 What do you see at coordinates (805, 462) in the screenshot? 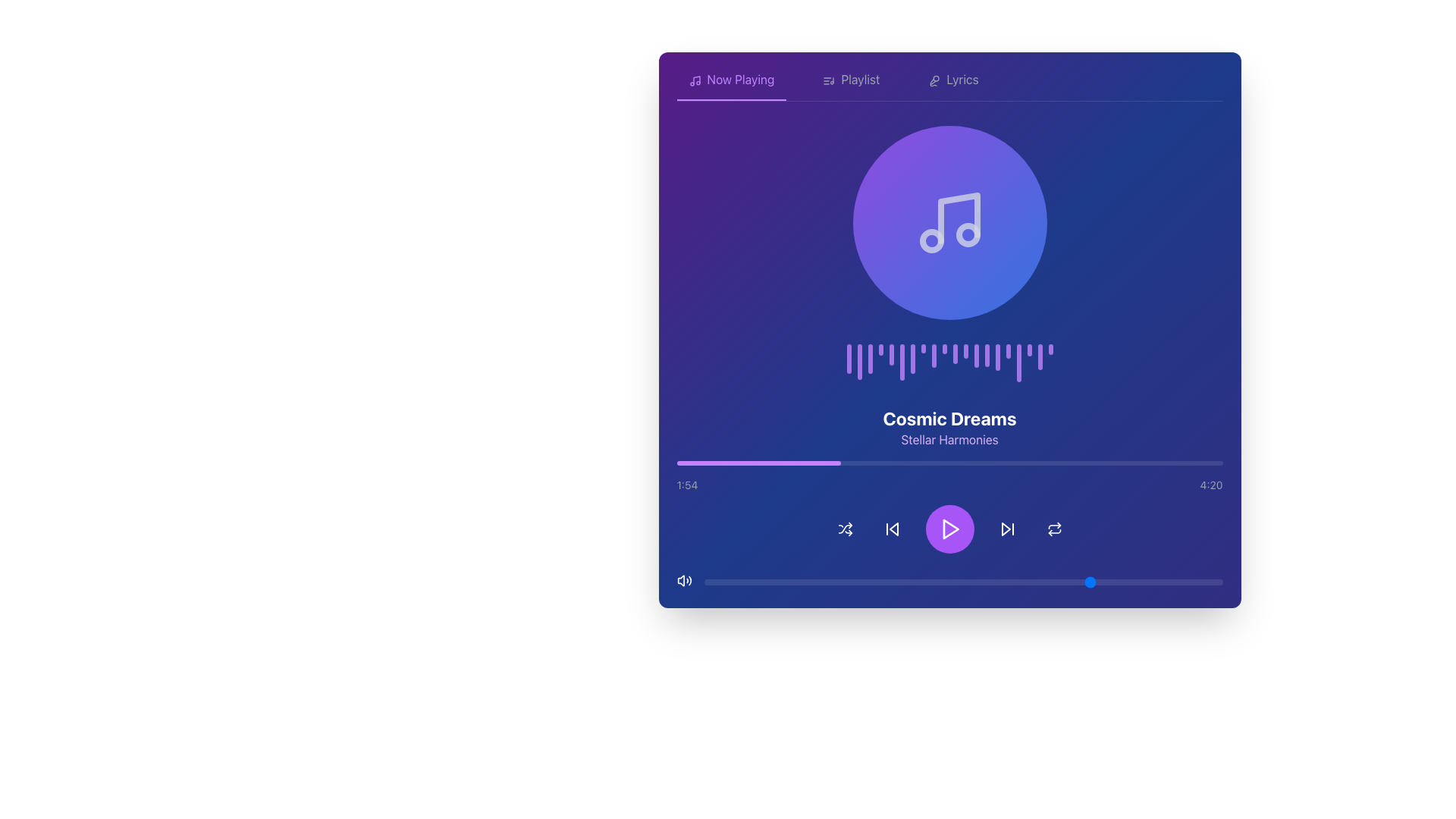
I see `playback progress` at bounding box center [805, 462].